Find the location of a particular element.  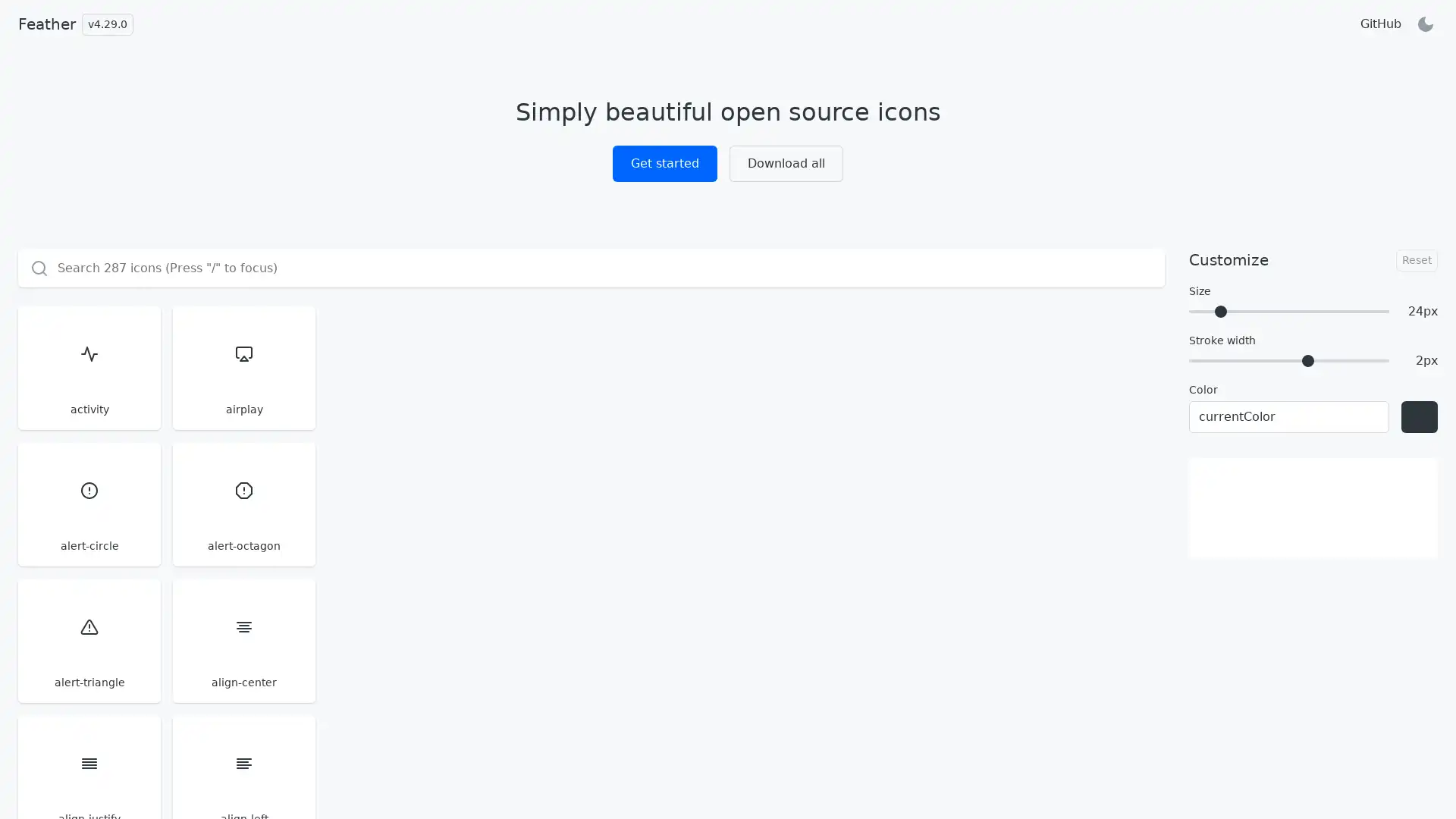

award is located at coordinates (977, 640).